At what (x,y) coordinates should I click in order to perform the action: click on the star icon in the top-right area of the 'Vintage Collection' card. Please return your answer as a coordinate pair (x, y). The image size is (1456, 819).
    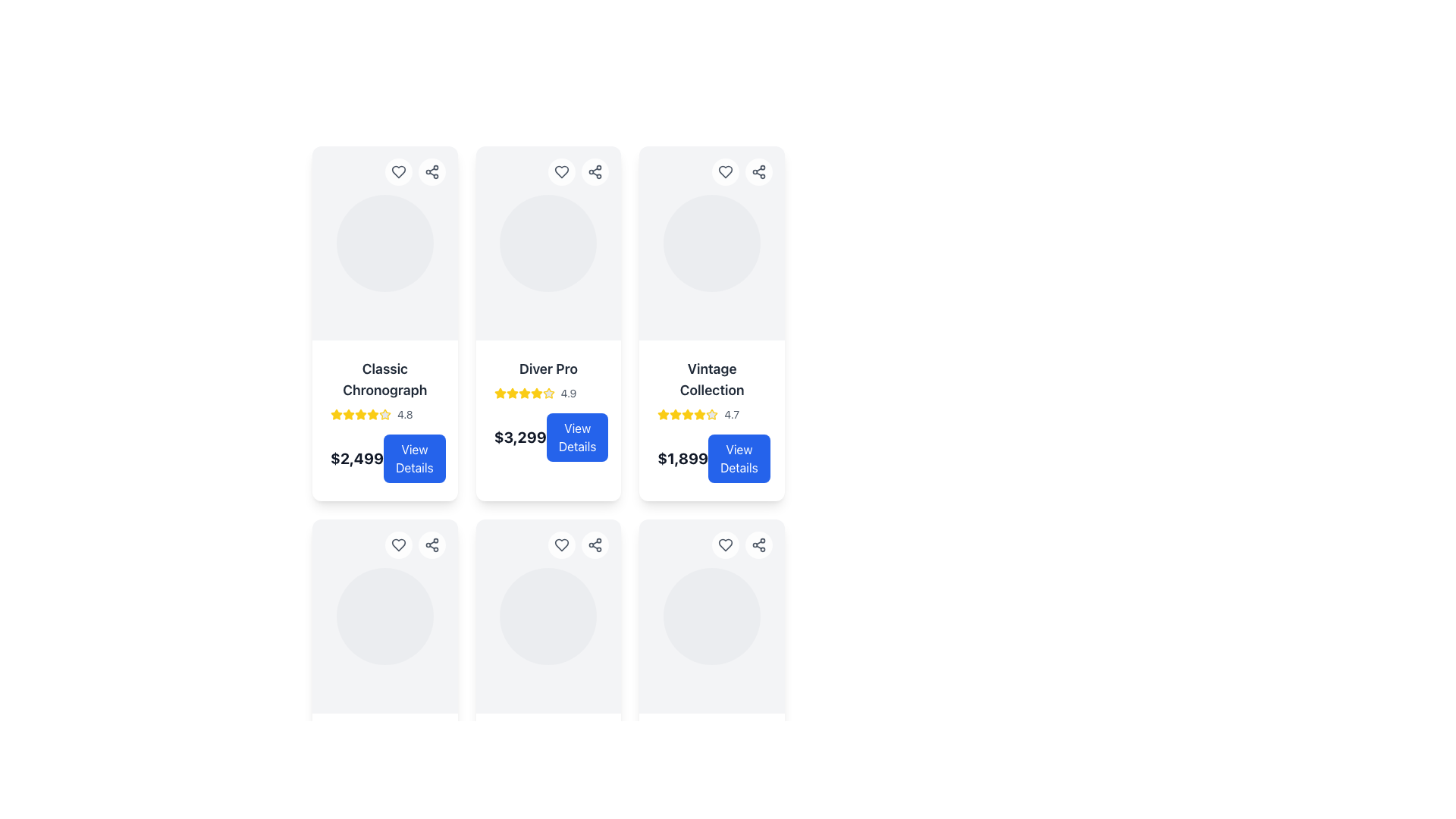
    Looking at the image, I should click on (711, 414).